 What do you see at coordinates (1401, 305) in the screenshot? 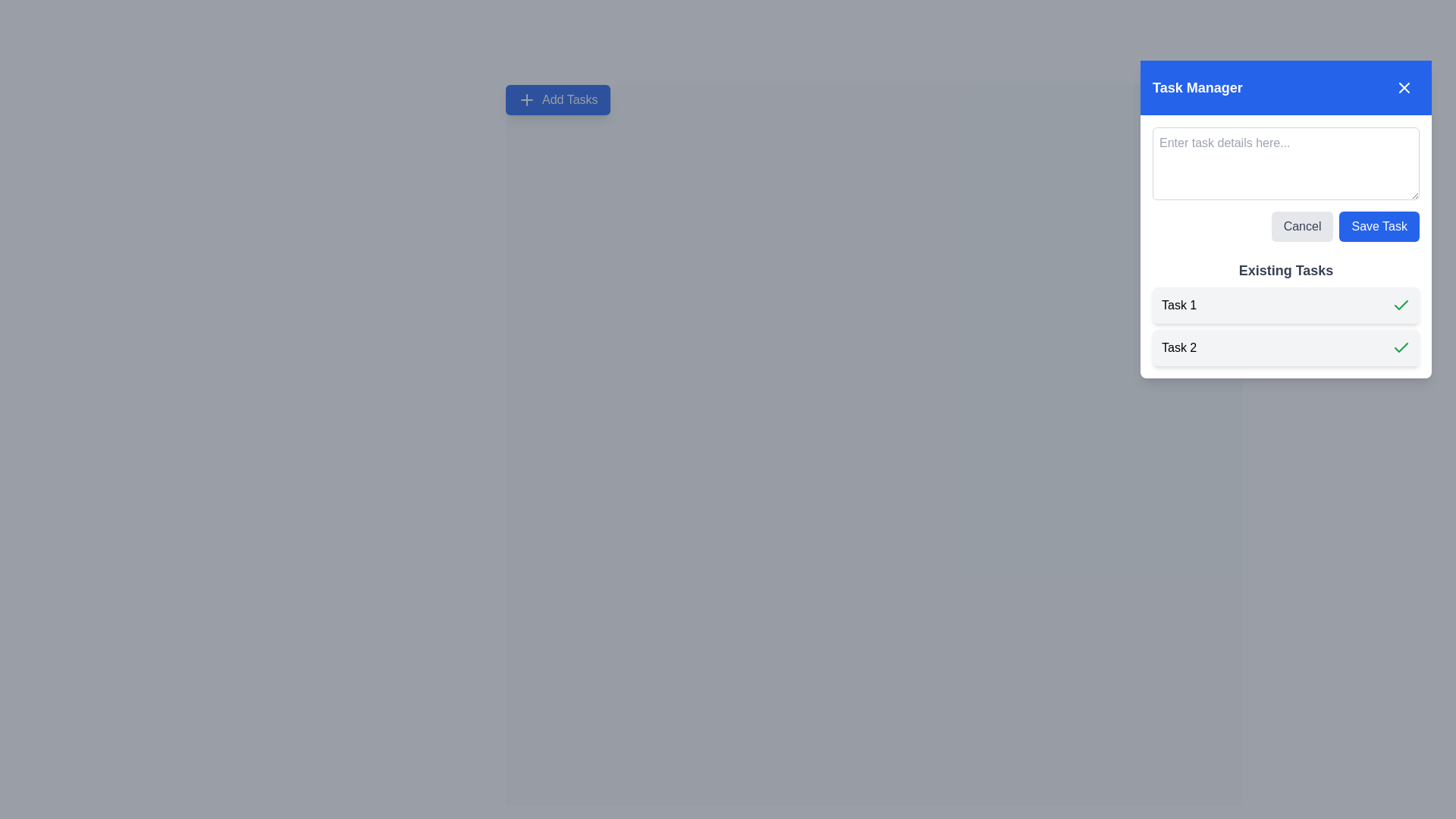
I see `the small green checkmark icon button located to the far right within the card labeled 'Task 1' to interact with it` at bounding box center [1401, 305].